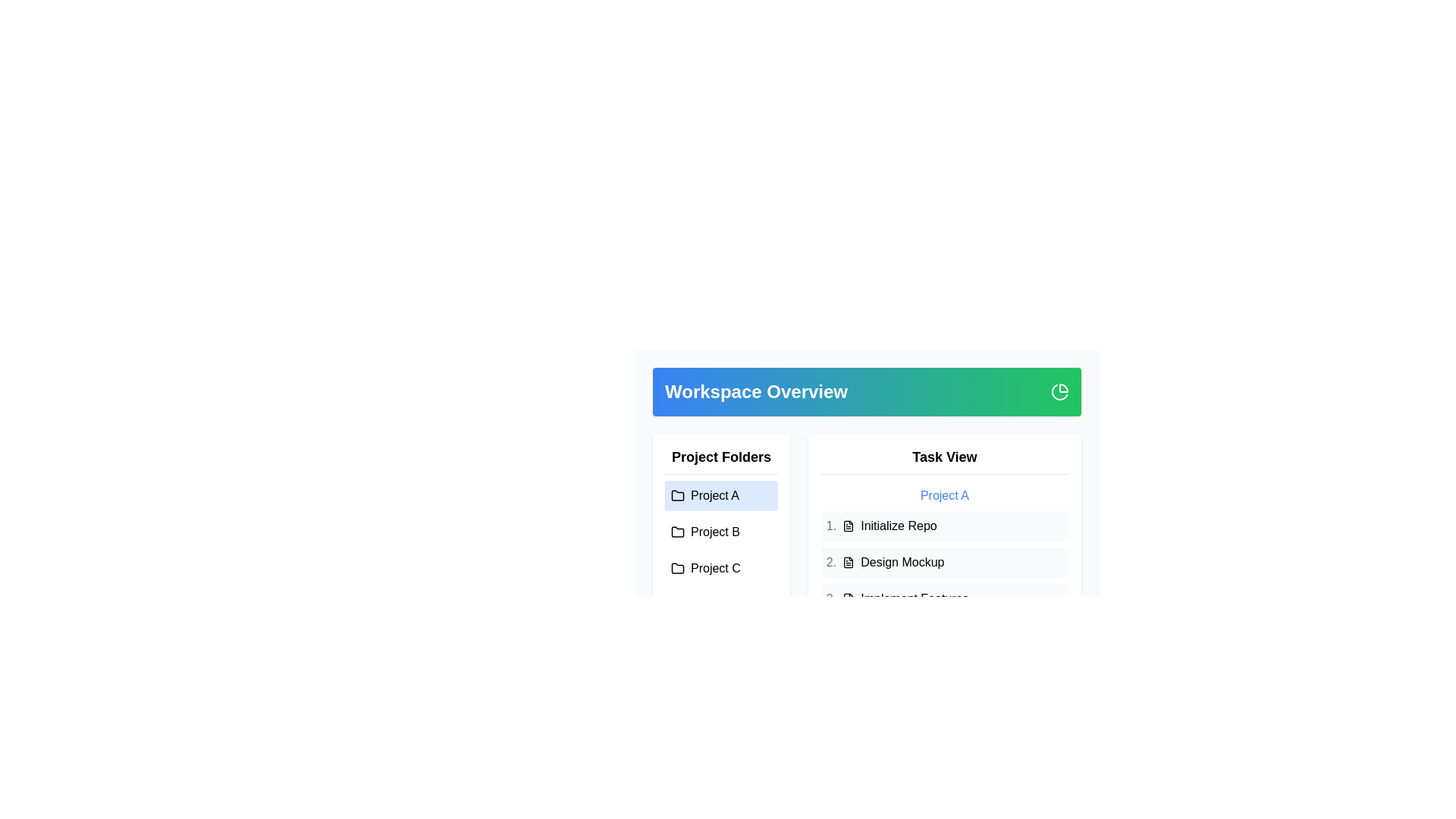  What do you see at coordinates (848, 526) in the screenshot?
I see `the document icon located in the 'Task View' section, which is to the left of the text 'Initialize Repo'` at bounding box center [848, 526].